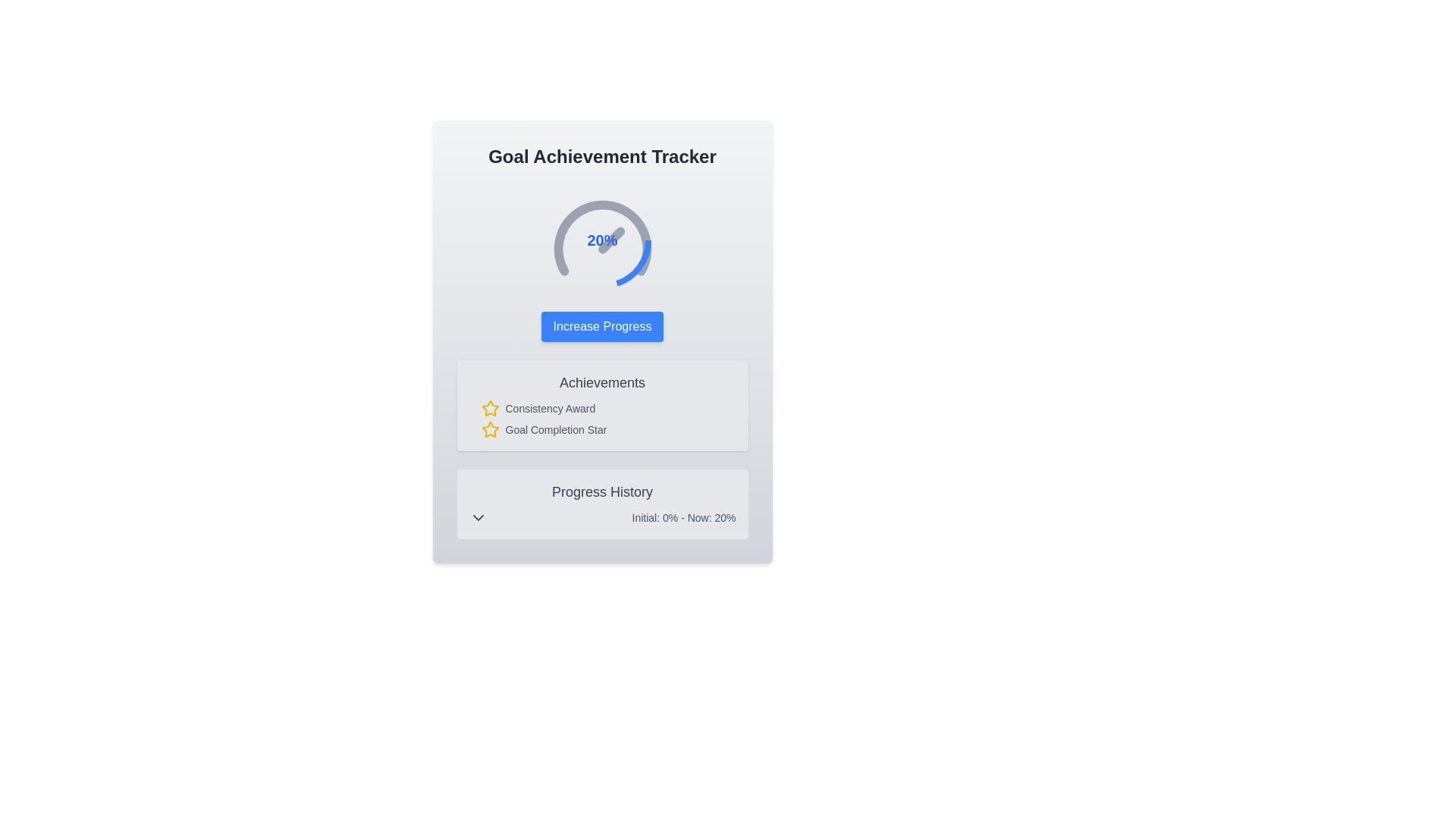  I want to click on the Circular Progress Indicator displaying '20%' within the 'Goal Achievement Tracker' section, so click(663, 243).